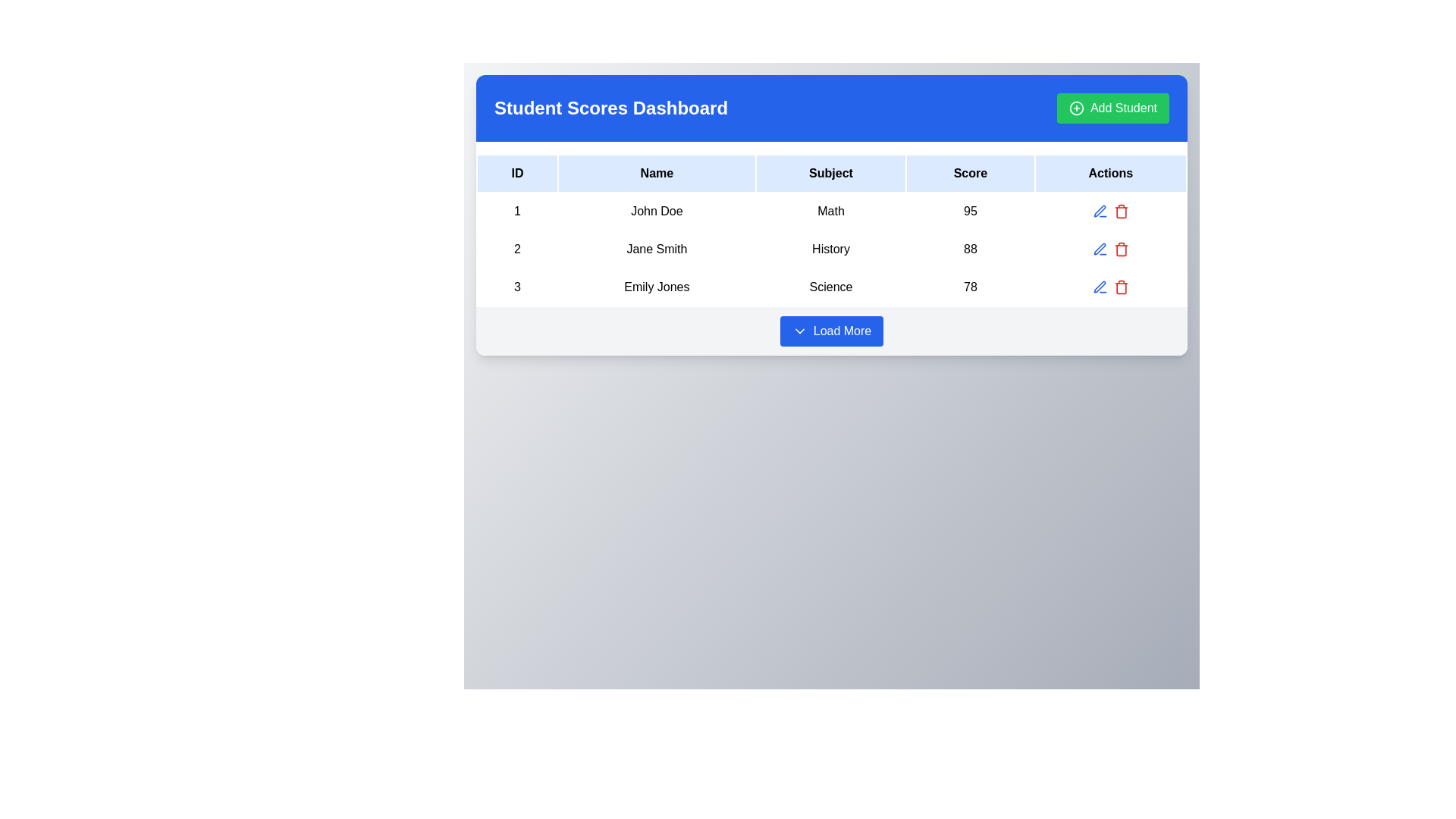 The width and height of the screenshot is (1456, 819). I want to click on the first table row displaying student information under the 'Student Scores Dashboard' header, so click(831, 211).